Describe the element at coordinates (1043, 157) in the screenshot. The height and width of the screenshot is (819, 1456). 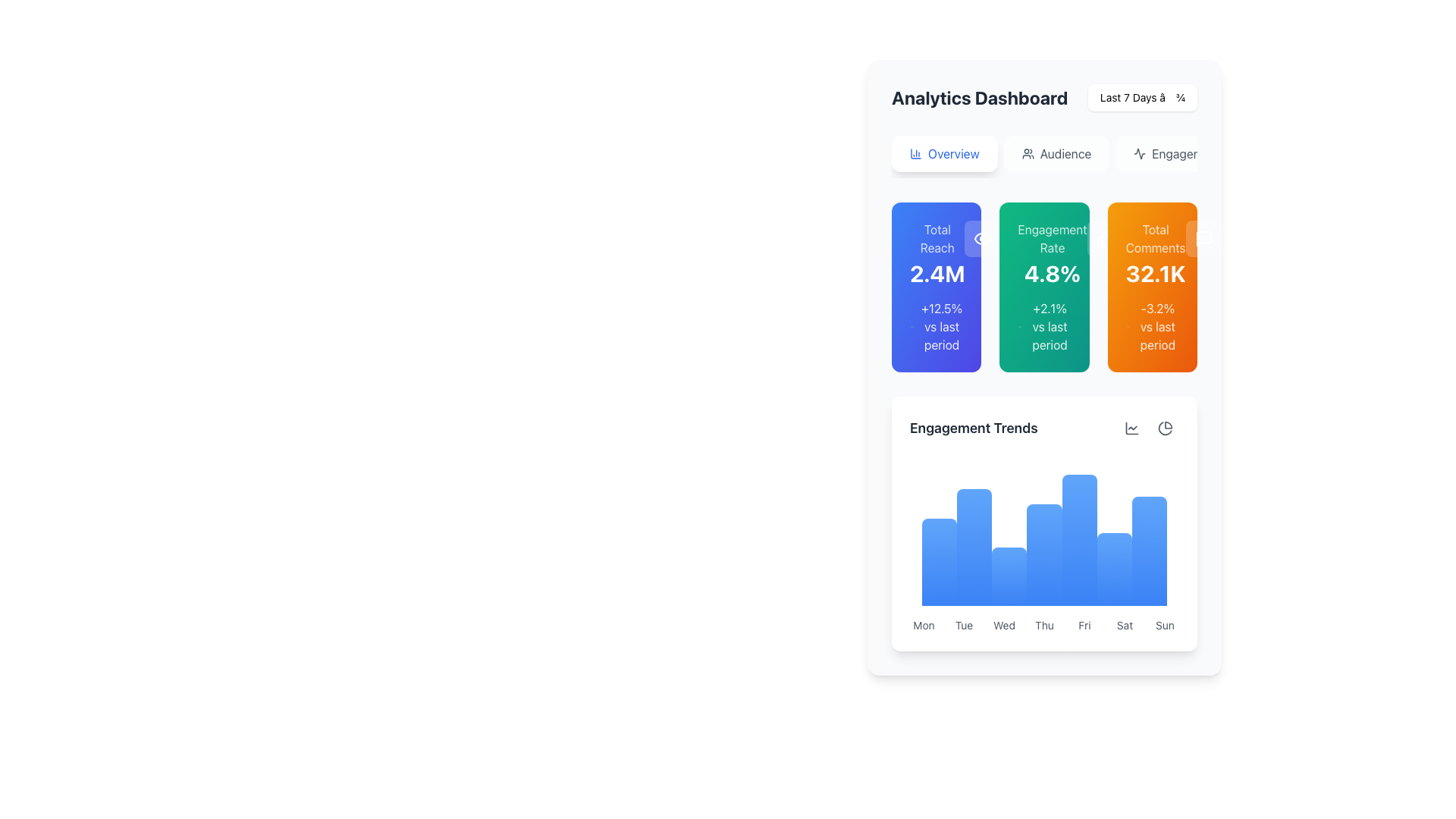
I see `the 'Audience' tab-style button, which is the second button in a row of navigational buttons labeled 'Overview', 'Audience', 'Engagement', and 'Sharing'` at that location.